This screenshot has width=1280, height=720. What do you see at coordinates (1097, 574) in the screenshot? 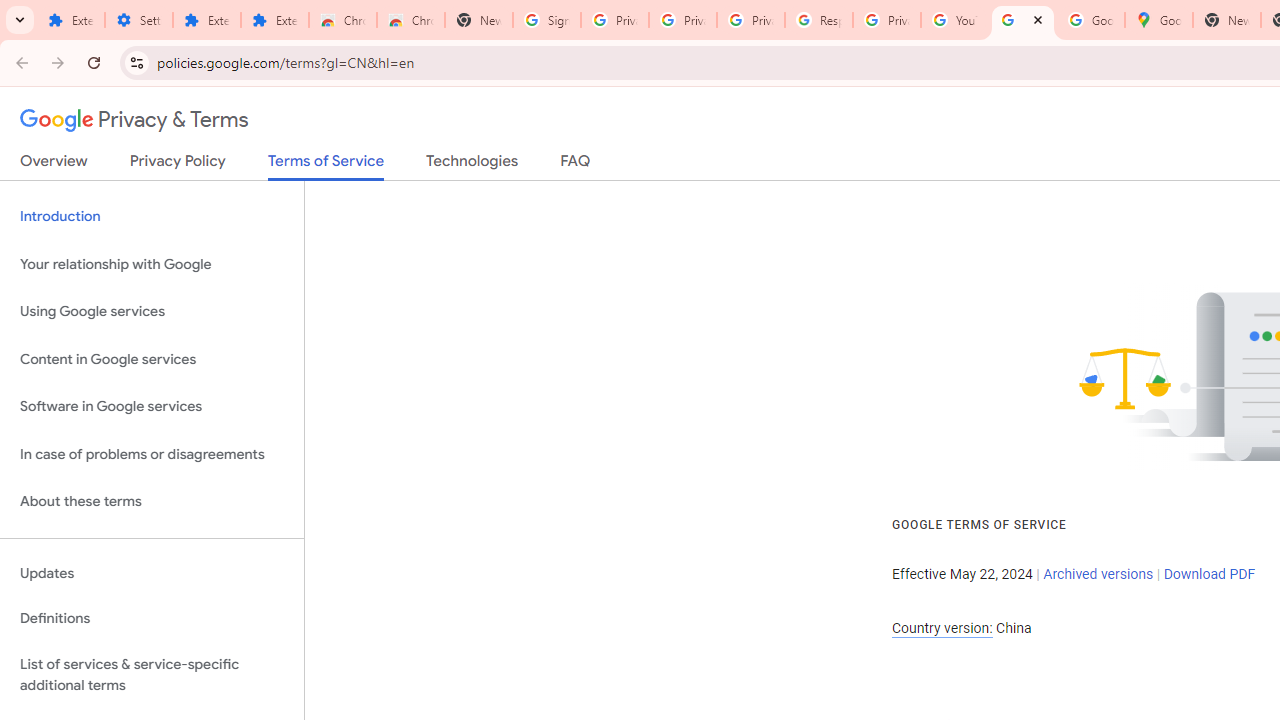
I see `'Archived versions'` at bounding box center [1097, 574].